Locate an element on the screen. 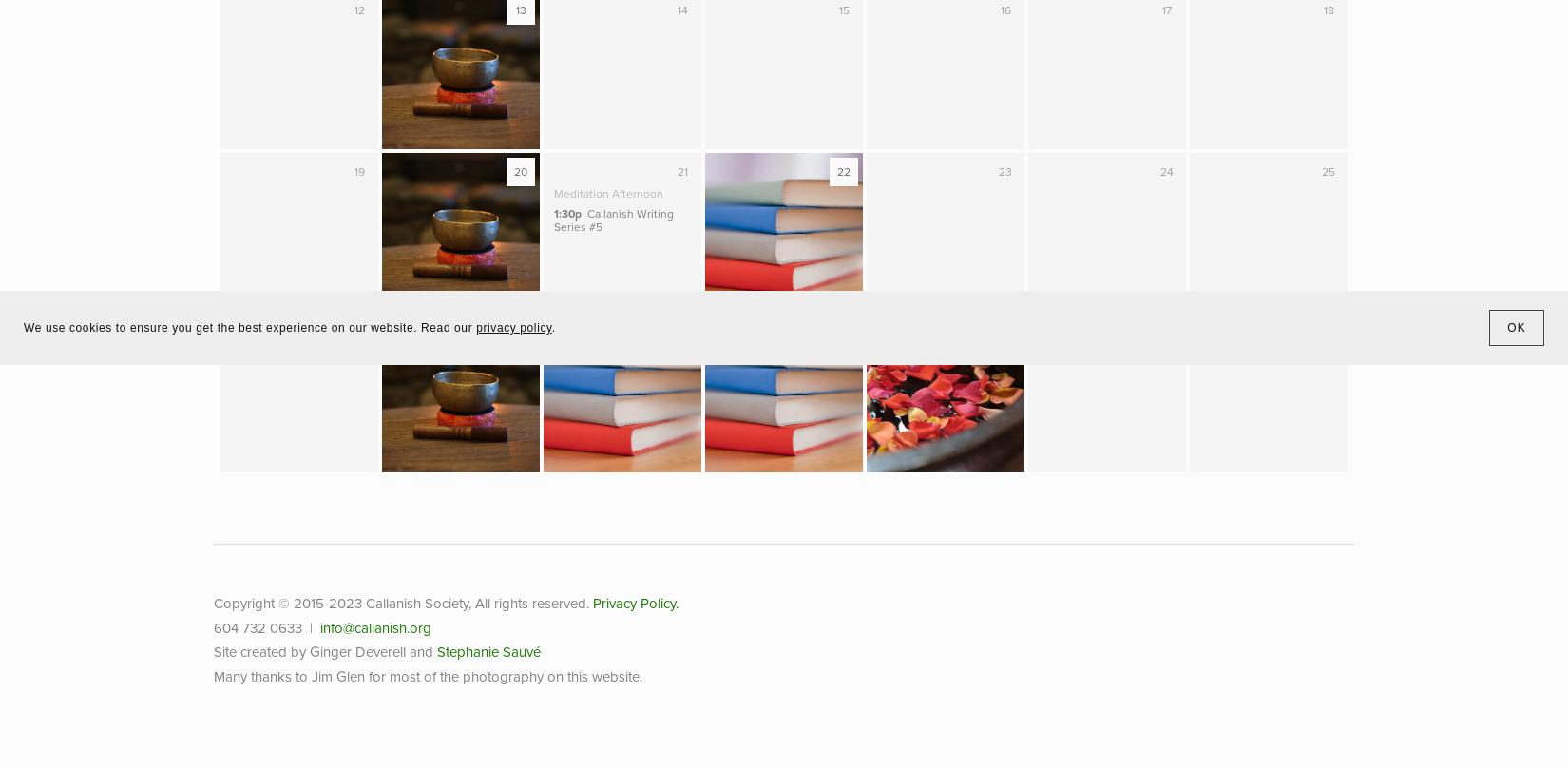 The width and height of the screenshot is (1568, 768). 'Copyright © 2015-2023 Callanish Society, All rights reserved.' is located at coordinates (402, 604).